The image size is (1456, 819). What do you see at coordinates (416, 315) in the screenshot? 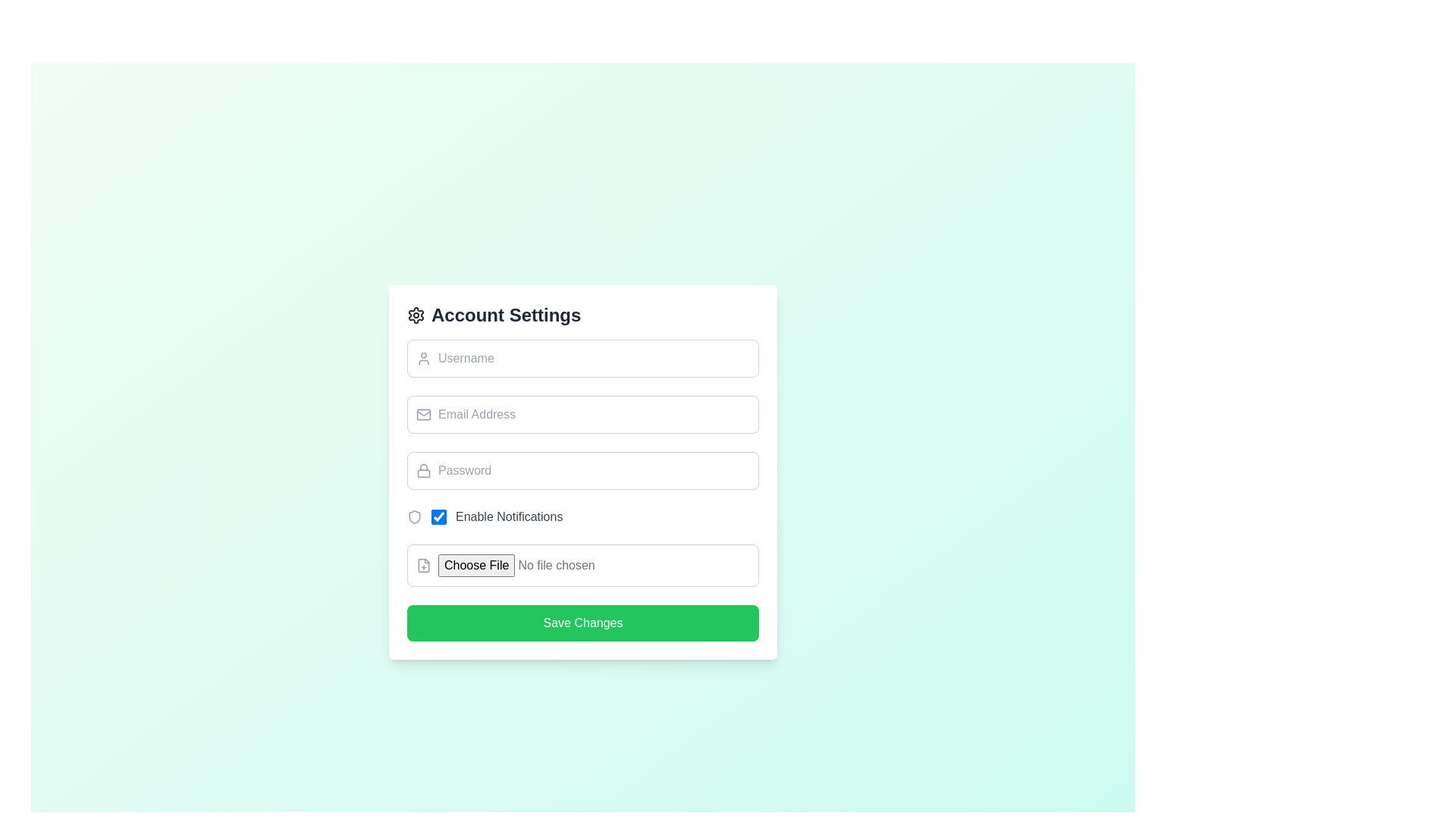
I see `settings icon located in the Account Settings panel, which is the first element in the heading section and visually aligned with the text 'Account Settings'` at bounding box center [416, 315].